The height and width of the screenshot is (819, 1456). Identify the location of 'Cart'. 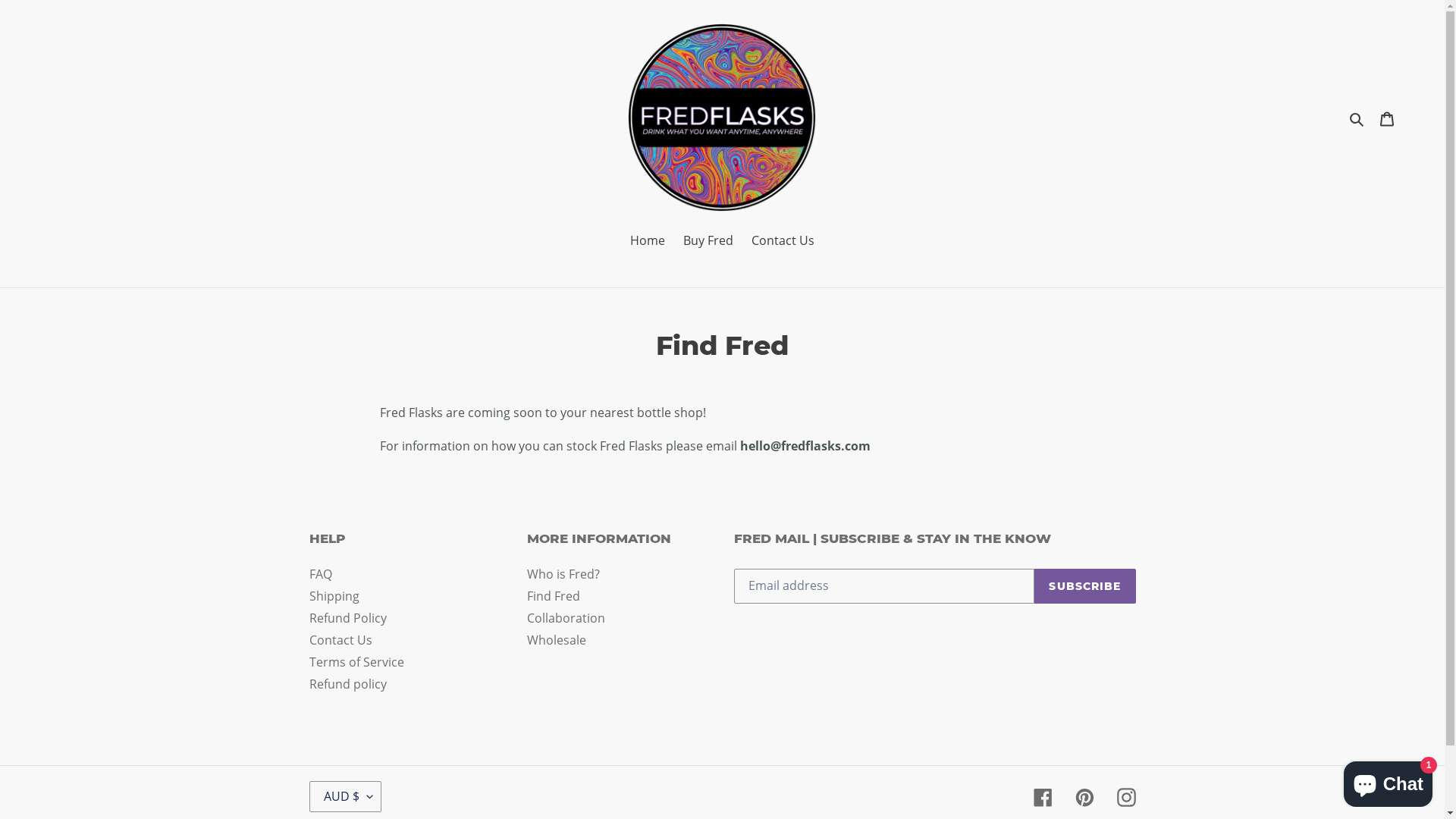
(1371, 116).